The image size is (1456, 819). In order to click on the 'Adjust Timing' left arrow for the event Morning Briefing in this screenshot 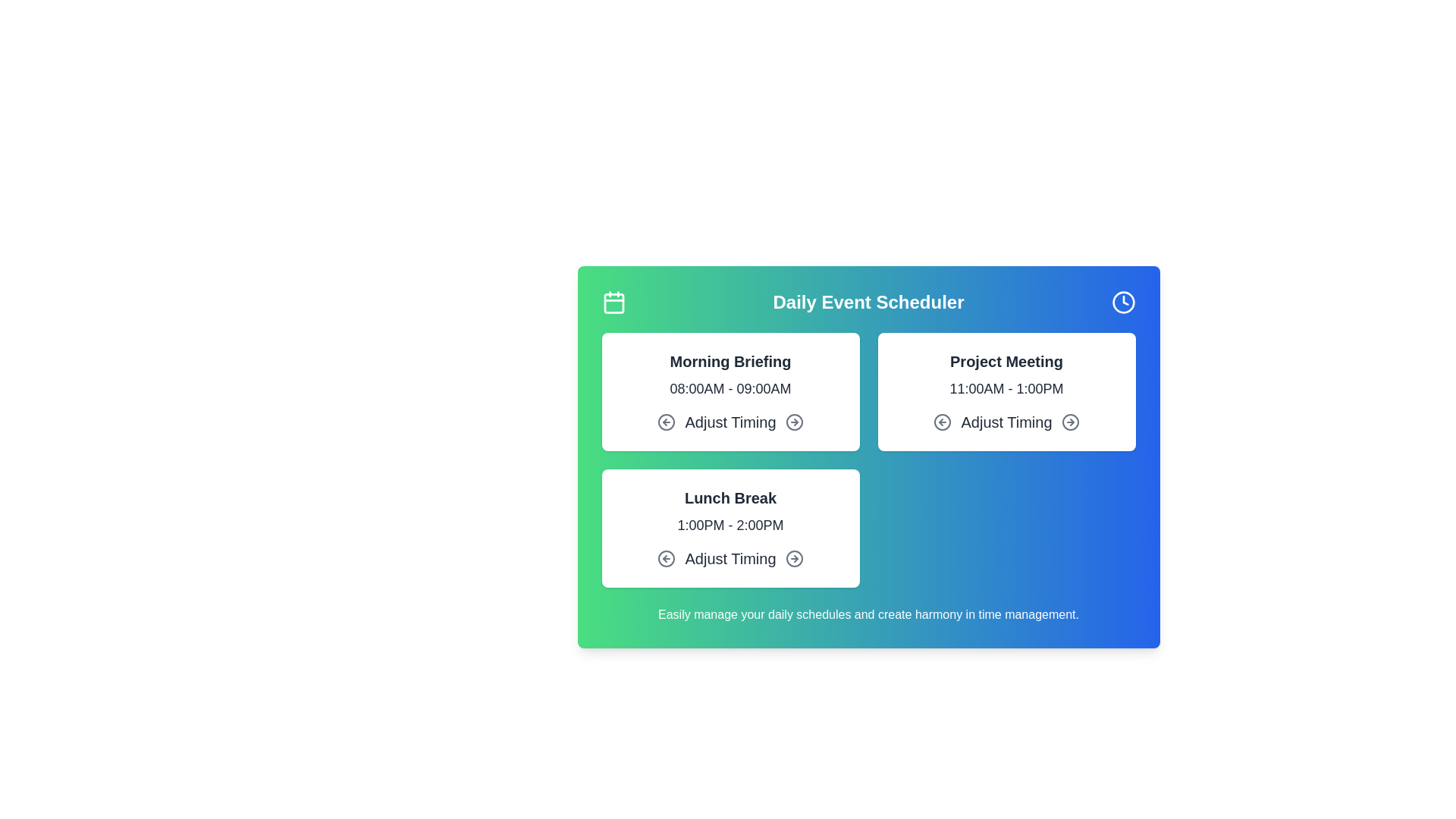, I will do `click(667, 422)`.